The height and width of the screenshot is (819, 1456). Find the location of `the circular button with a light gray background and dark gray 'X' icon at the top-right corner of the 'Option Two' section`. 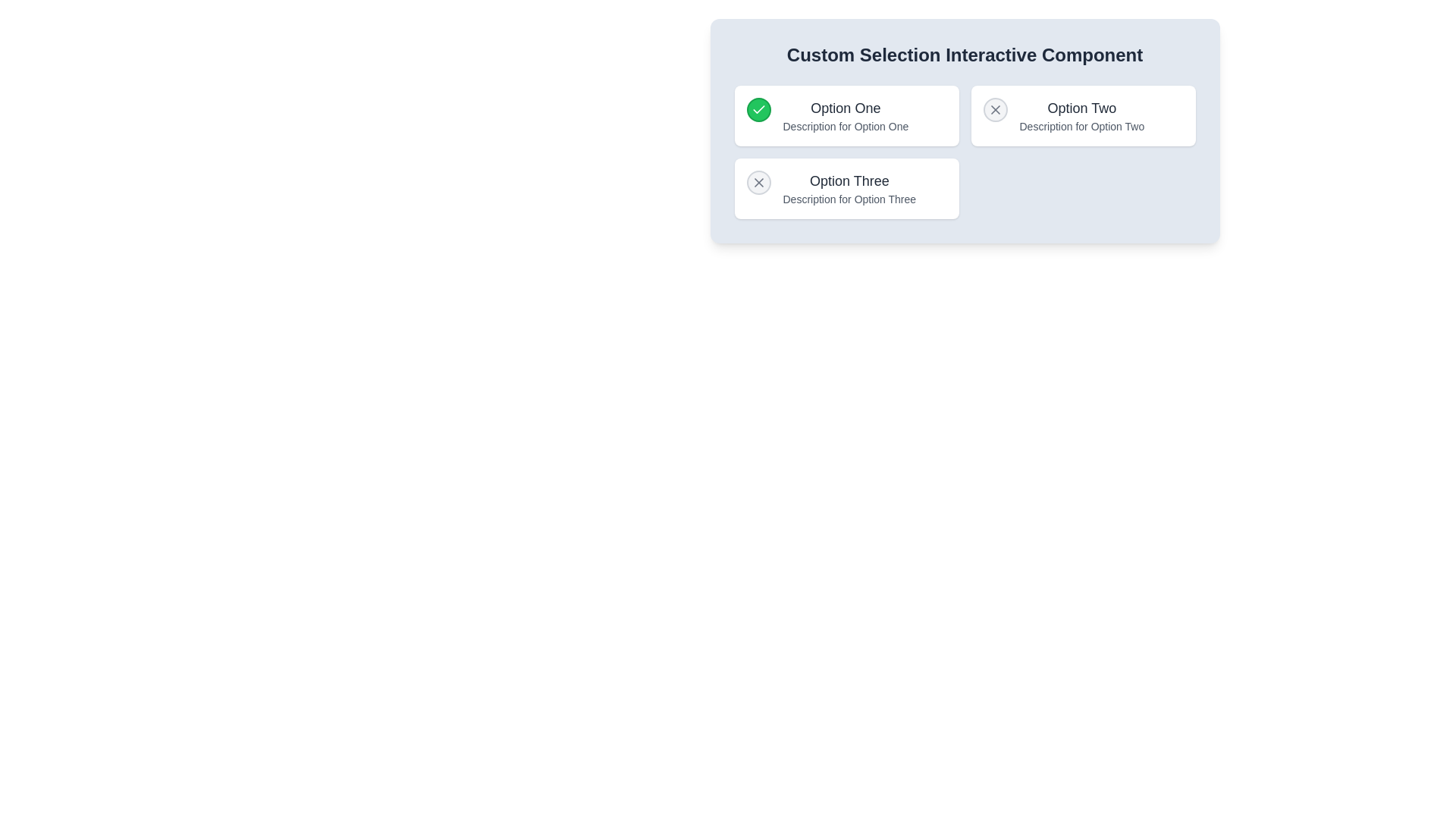

the circular button with a light gray background and dark gray 'X' icon at the top-right corner of the 'Option Two' section is located at coordinates (995, 109).